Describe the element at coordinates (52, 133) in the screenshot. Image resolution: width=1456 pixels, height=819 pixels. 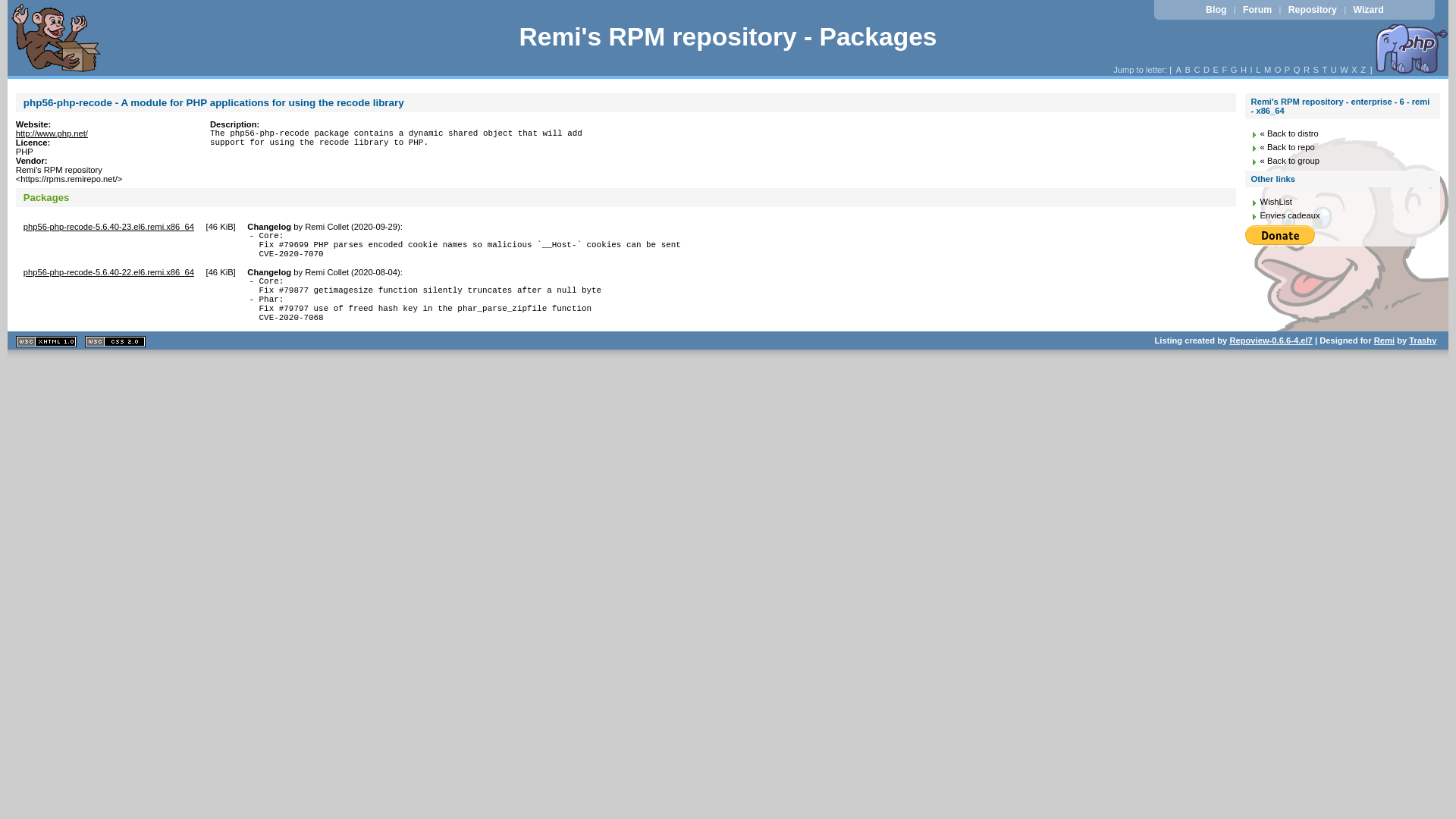
I see `'http://www.php.net/'` at that location.